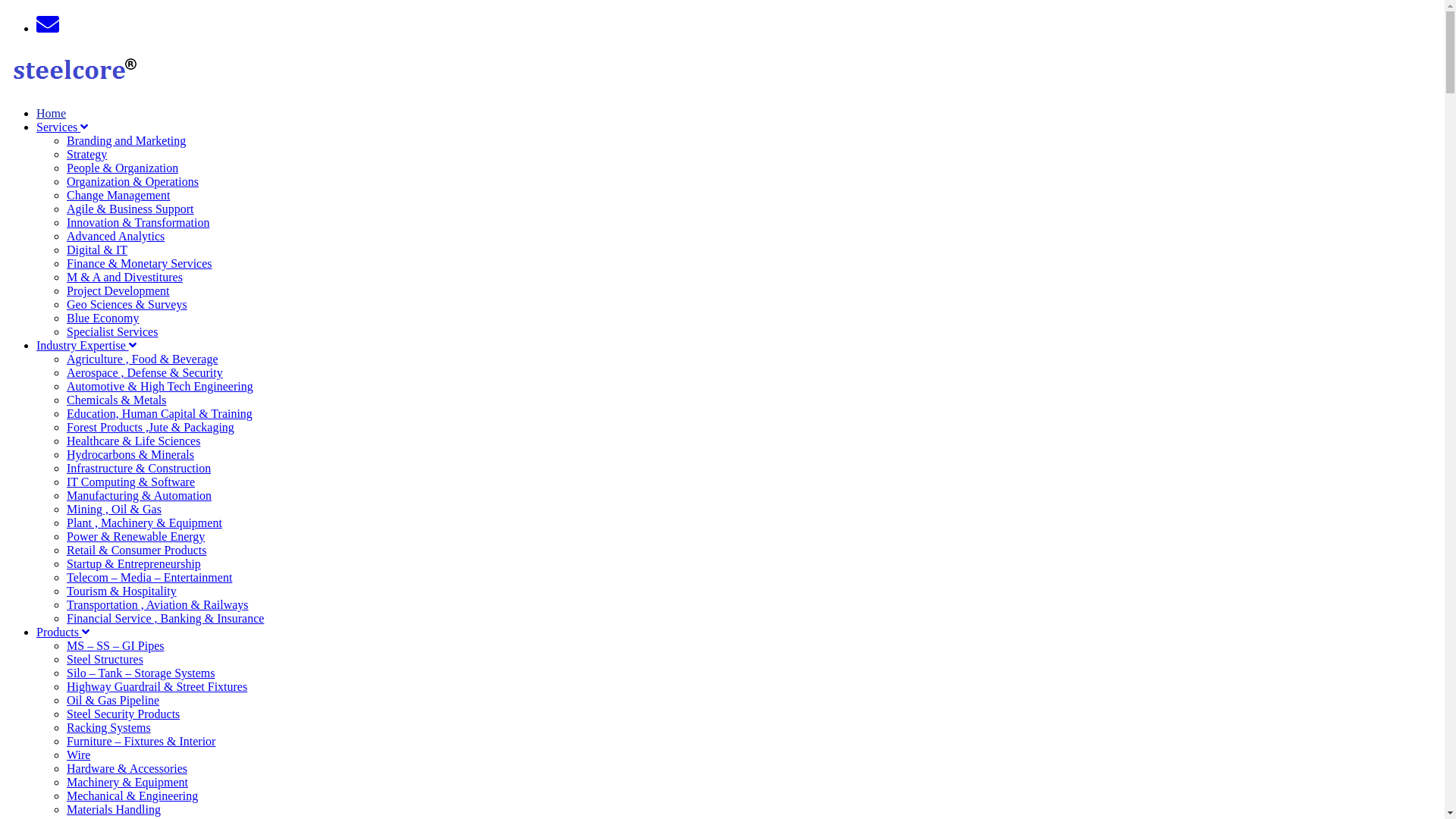 This screenshot has height=819, width=1456. Describe the element at coordinates (124, 277) in the screenshot. I see `'M & A and Divestitures'` at that location.